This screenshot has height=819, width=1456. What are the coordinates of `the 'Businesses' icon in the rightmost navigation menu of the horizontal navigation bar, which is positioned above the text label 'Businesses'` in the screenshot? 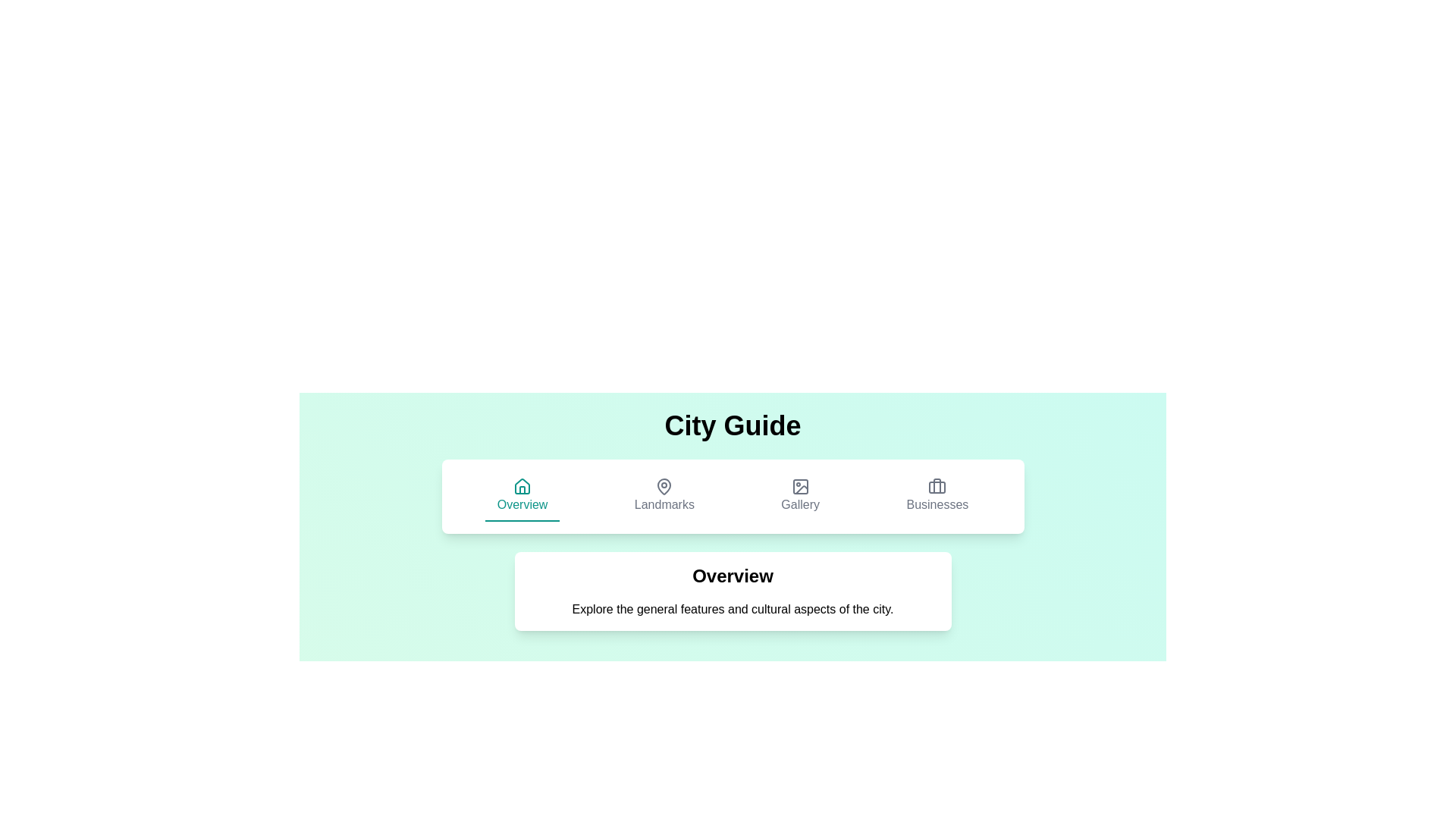 It's located at (937, 486).